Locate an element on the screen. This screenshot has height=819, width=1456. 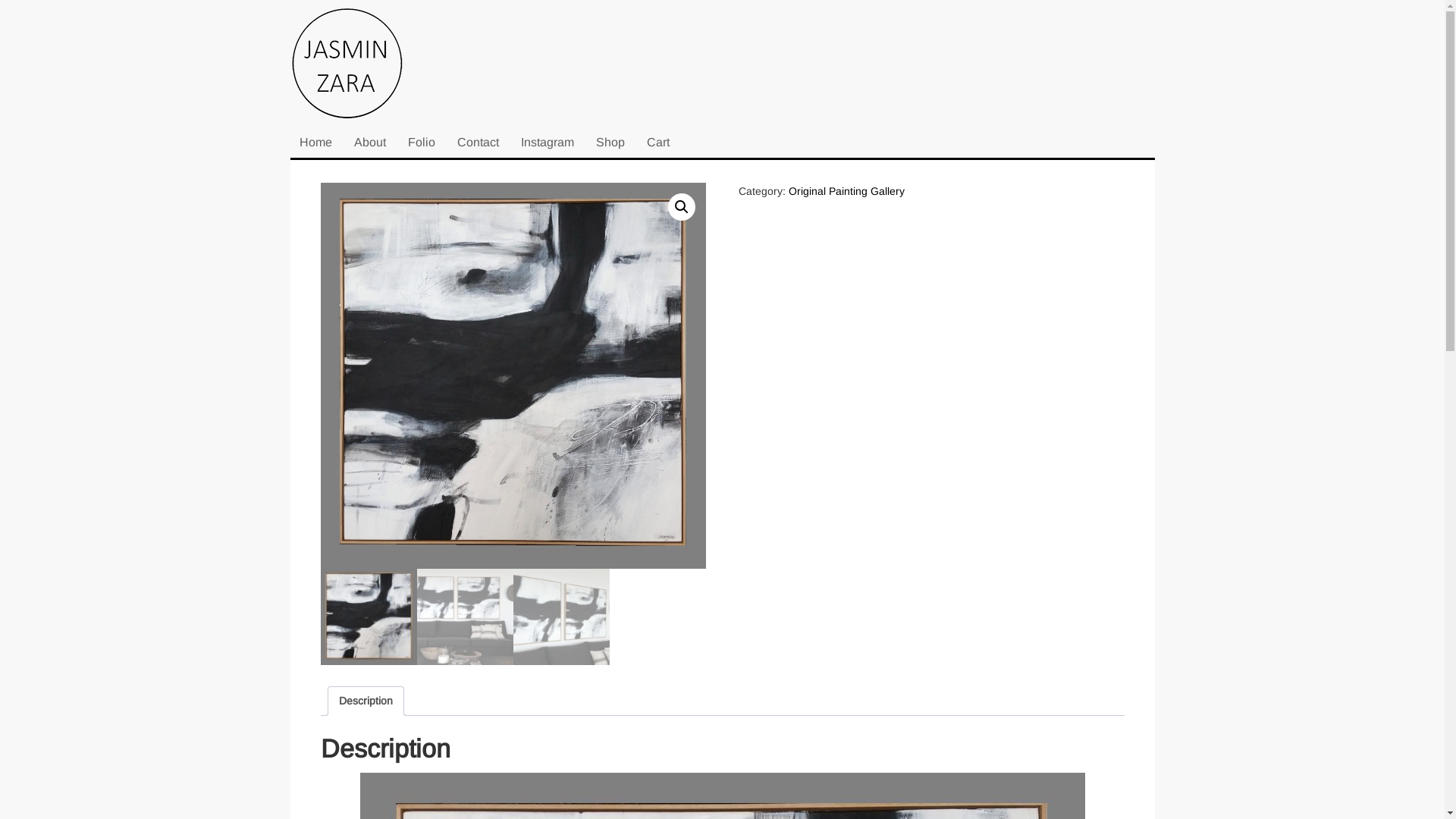
'About' is located at coordinates (344, 143).